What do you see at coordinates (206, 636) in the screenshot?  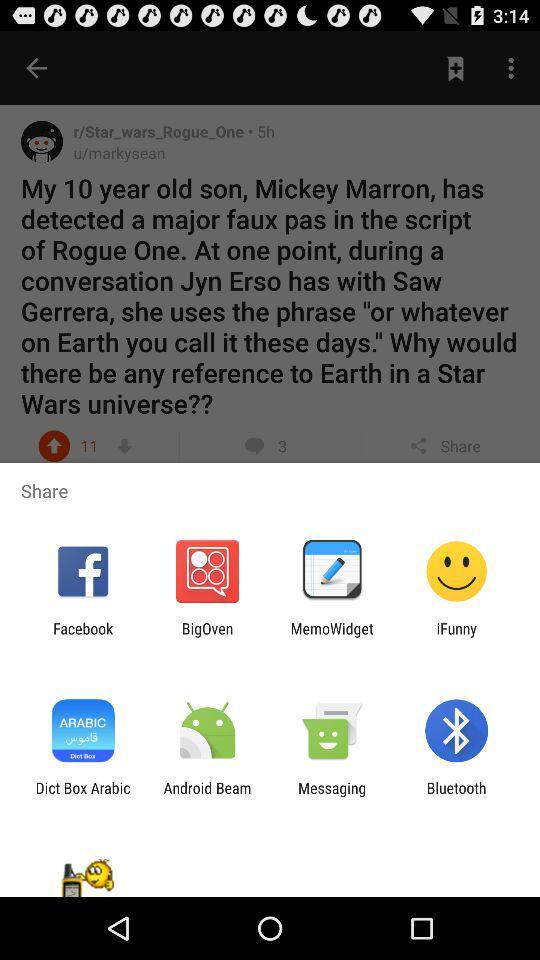 I see `the item to the left of memowidget app` at bounding box center [206, 636].